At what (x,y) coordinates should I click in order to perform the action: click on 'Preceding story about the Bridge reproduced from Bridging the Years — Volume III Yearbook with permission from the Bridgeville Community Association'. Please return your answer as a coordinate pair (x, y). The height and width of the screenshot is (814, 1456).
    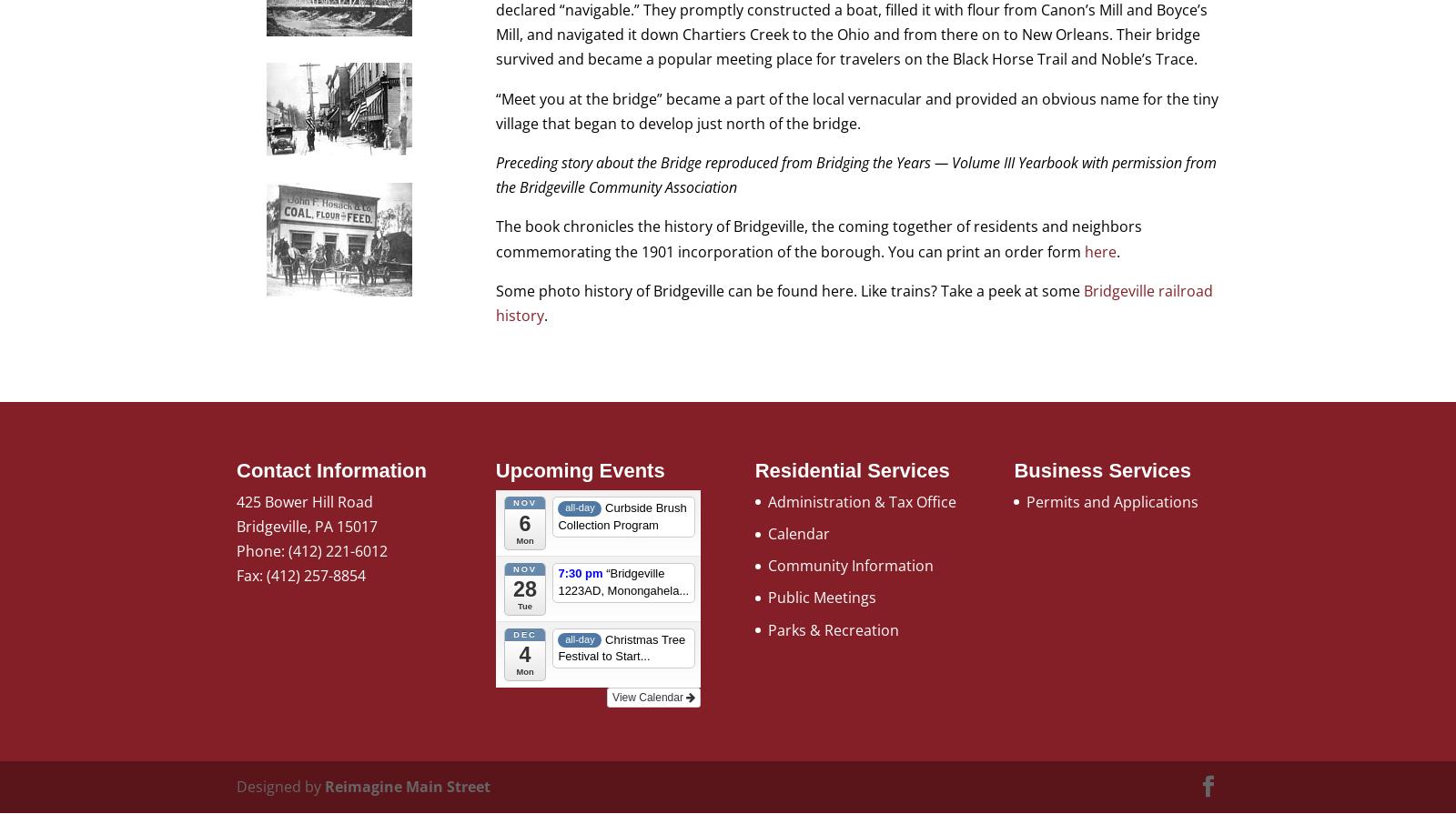
    Looking at the image, I should click on (494, 174).